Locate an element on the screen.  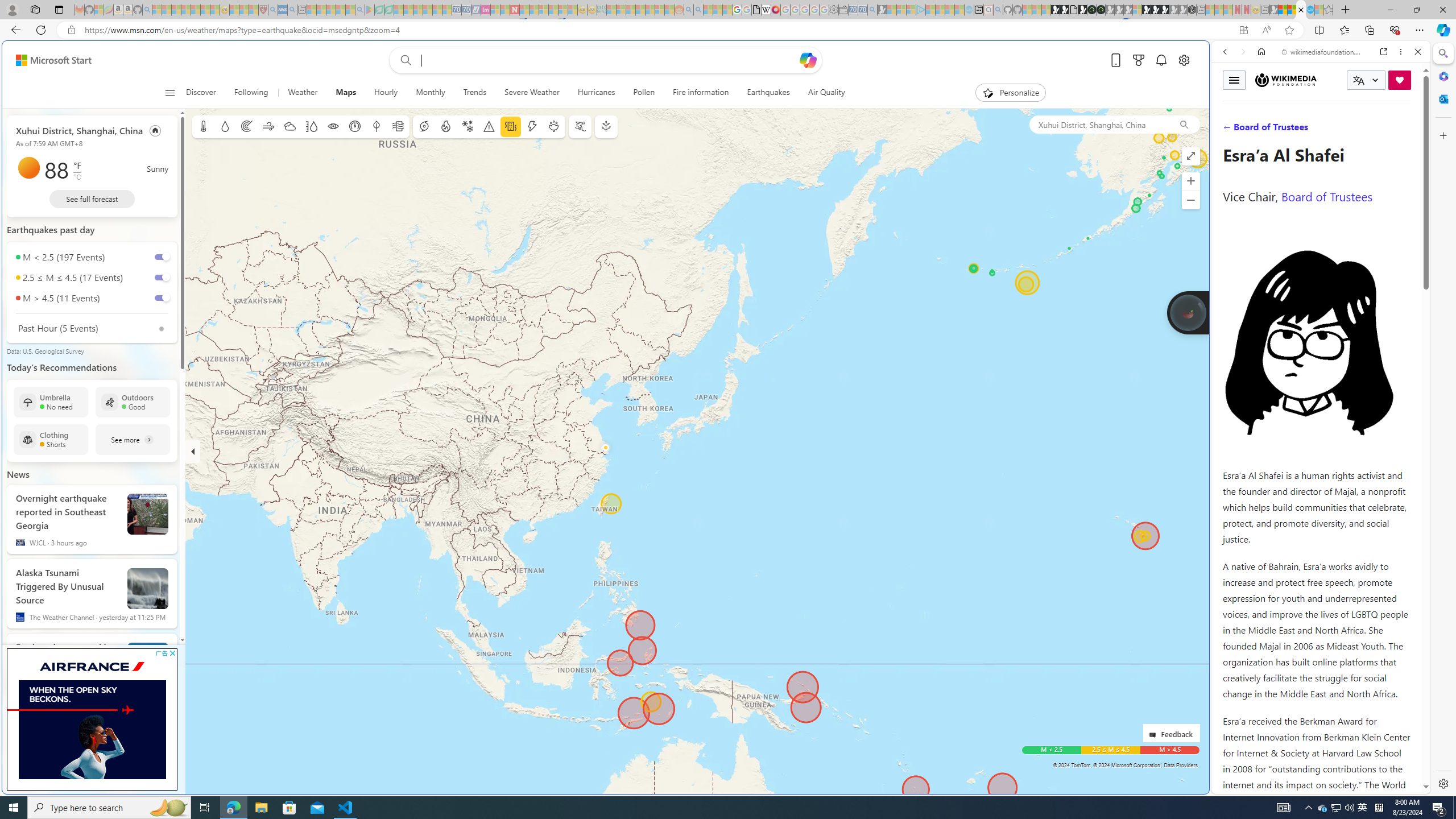
'Radar' is located at coordinates (246, 126).